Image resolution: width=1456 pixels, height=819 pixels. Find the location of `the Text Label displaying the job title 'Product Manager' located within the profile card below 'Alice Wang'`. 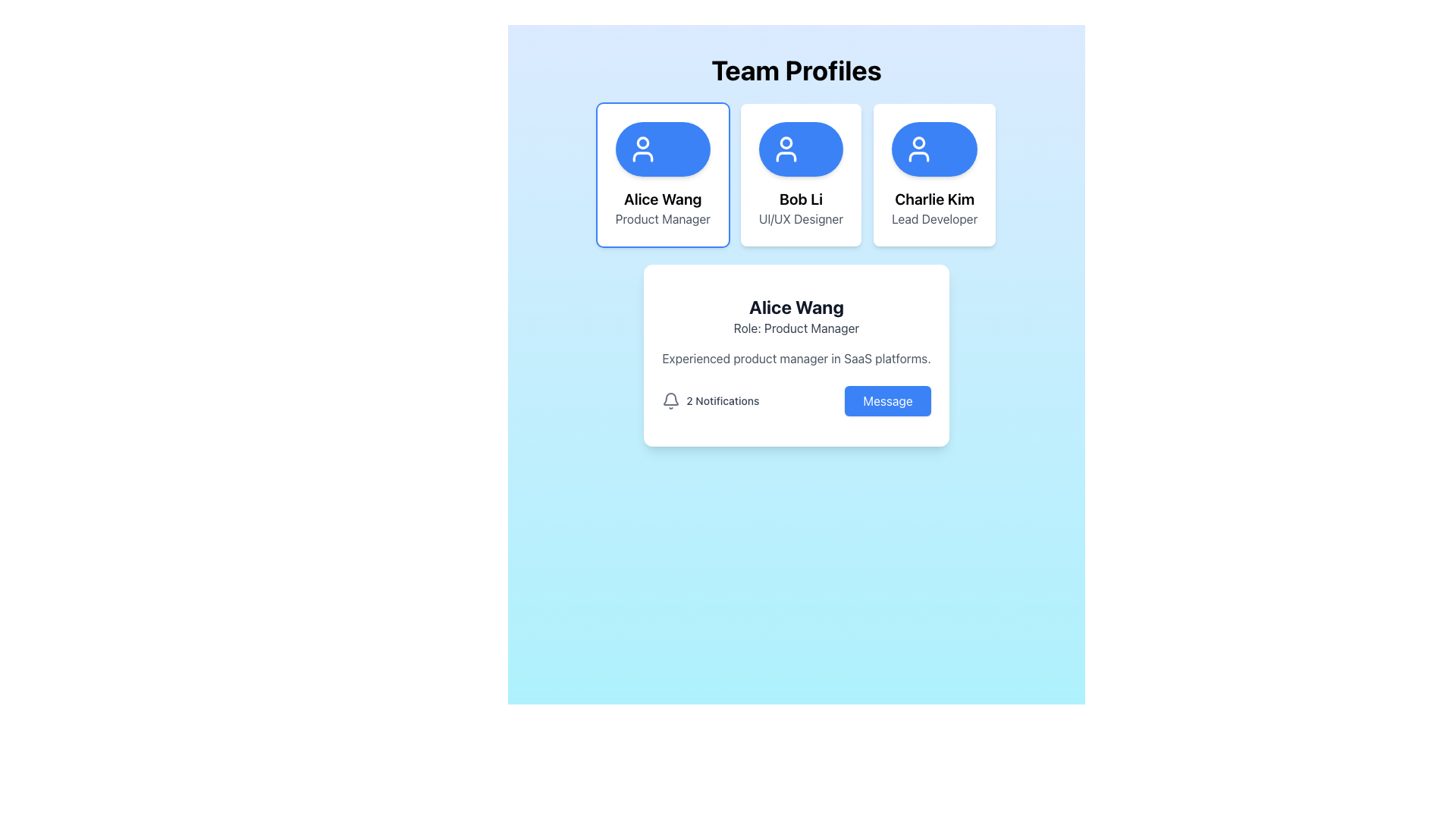

the Text Label displaying the job title 'Product Manager' located within the profile card below 'Alice Wang' is located at coordinates (663, 219).